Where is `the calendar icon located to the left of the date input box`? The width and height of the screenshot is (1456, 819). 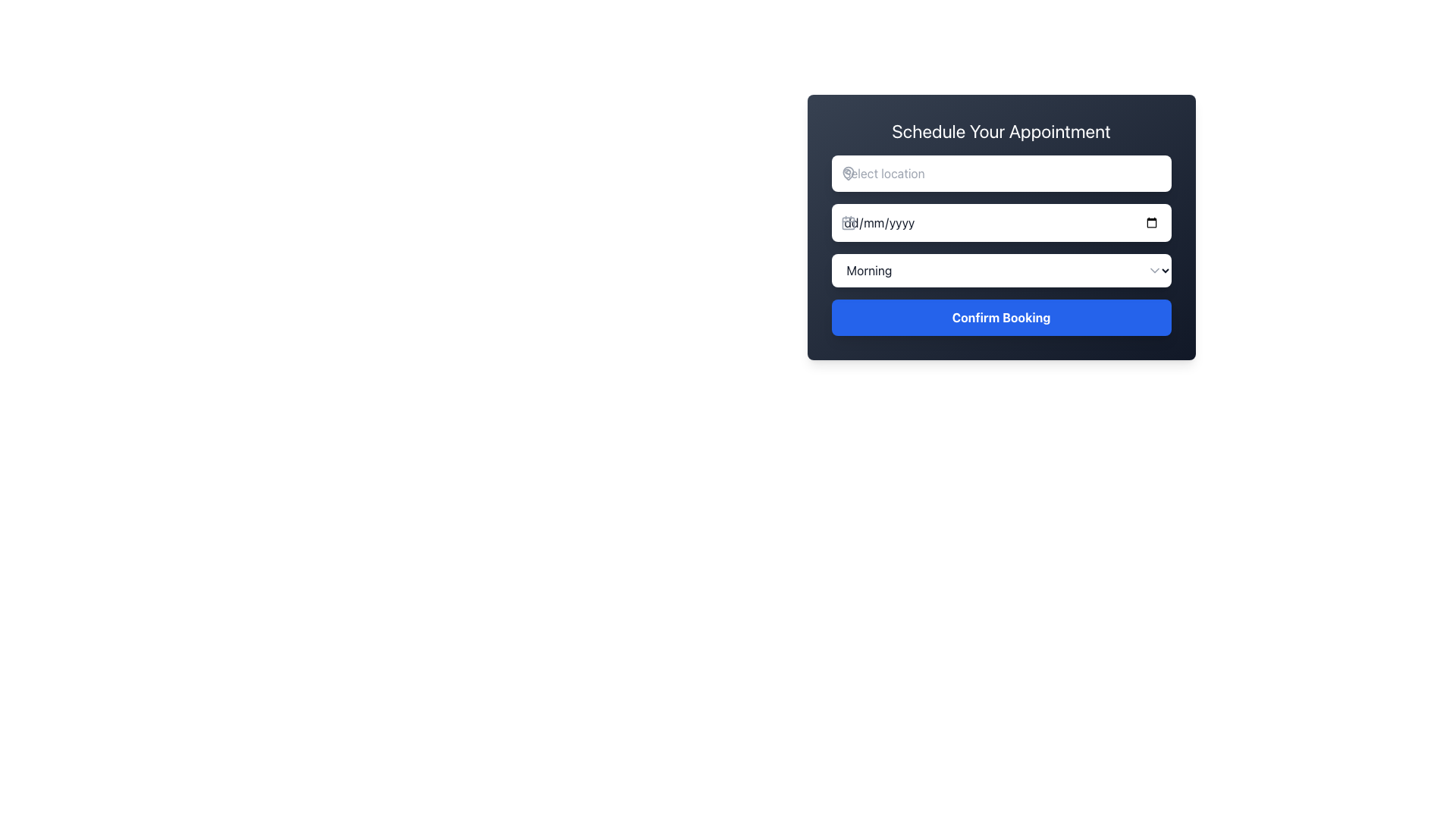
the calendar icon located to the left of the date input box is located at coordinates (847, 222).